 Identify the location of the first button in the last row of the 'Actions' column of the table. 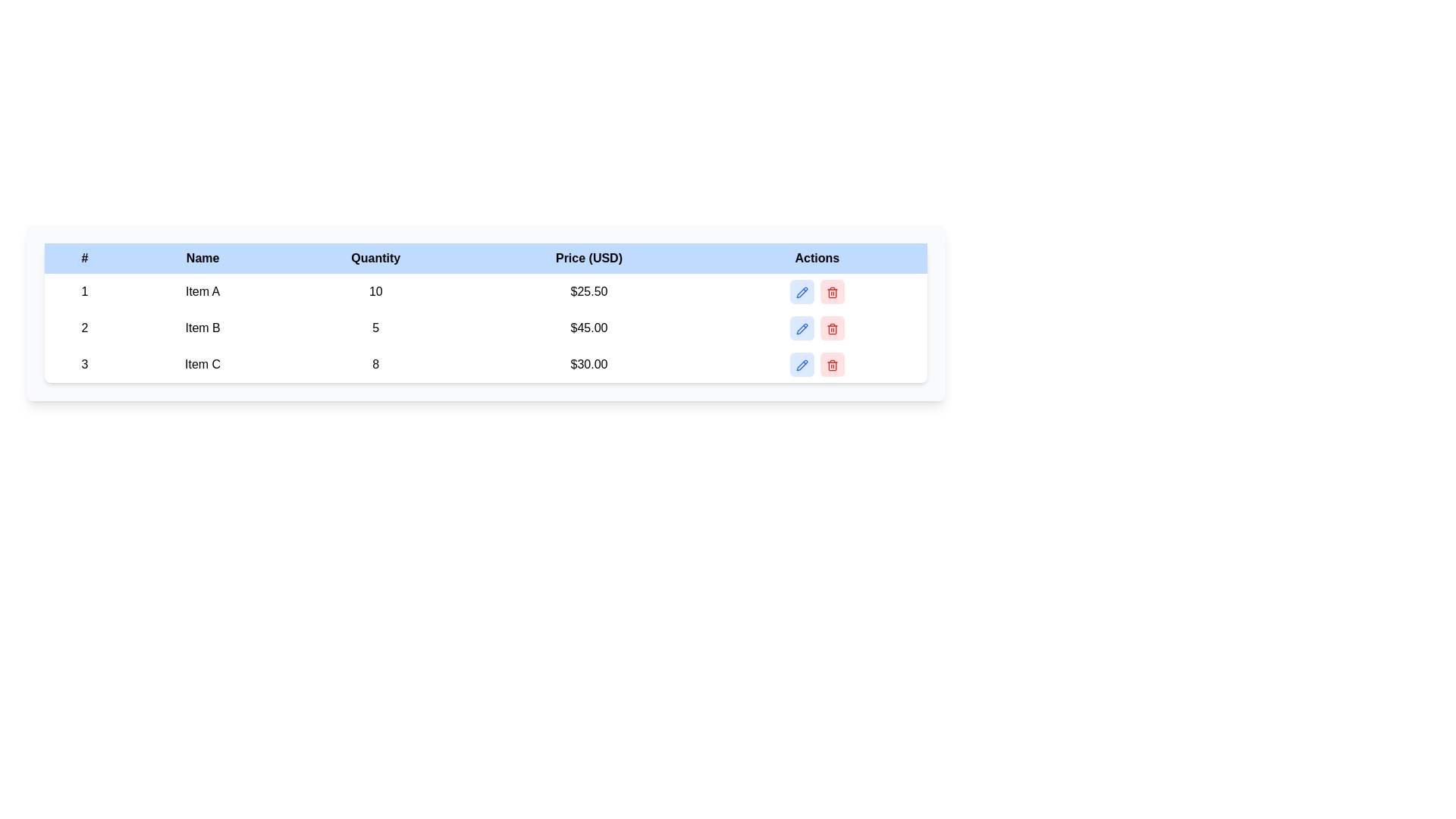
(801, 365).